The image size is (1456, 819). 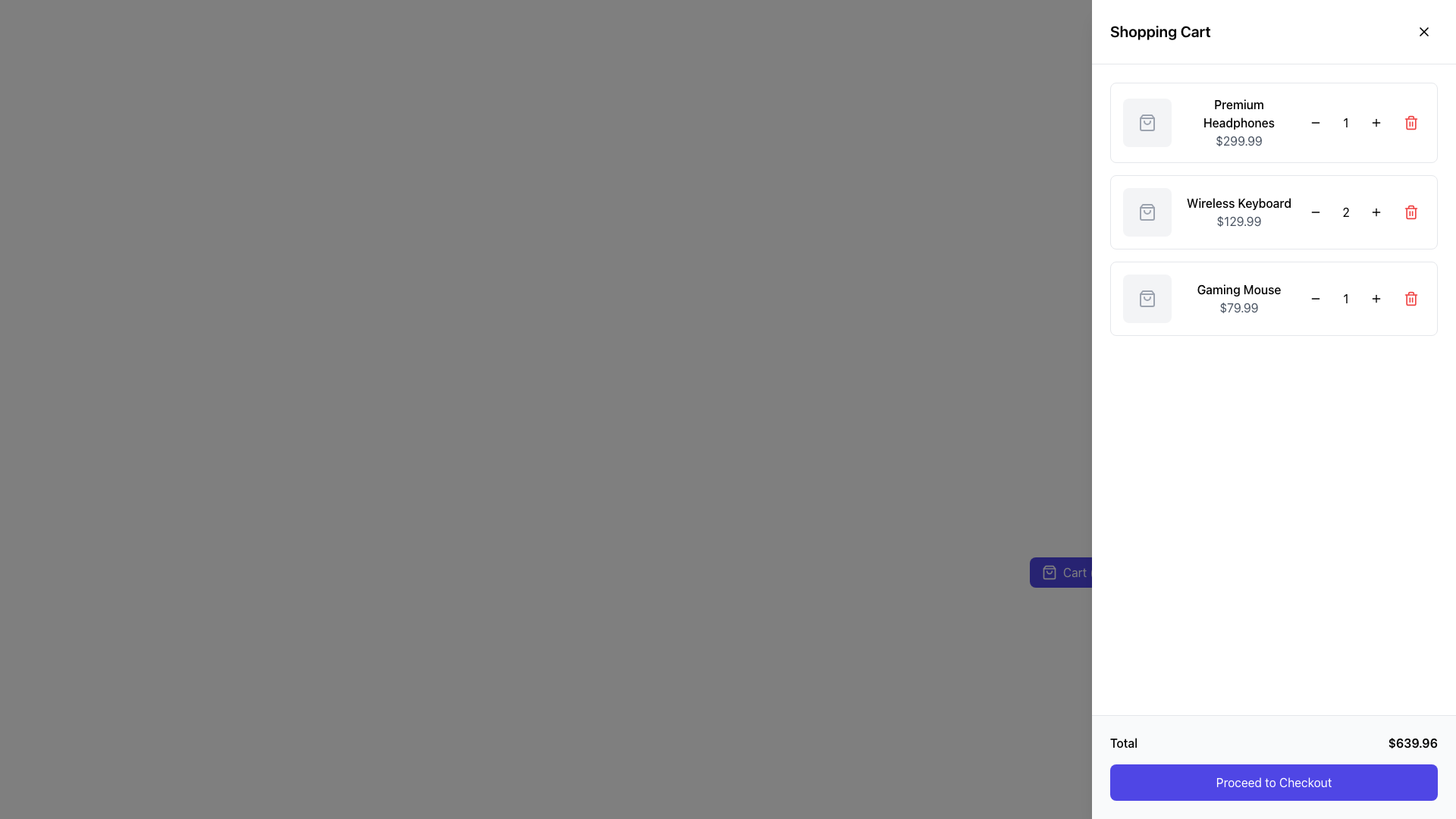 I want to click on the trash bin icon located to the right of the product entry in the shopping cart, so click(x=1410, y=213).